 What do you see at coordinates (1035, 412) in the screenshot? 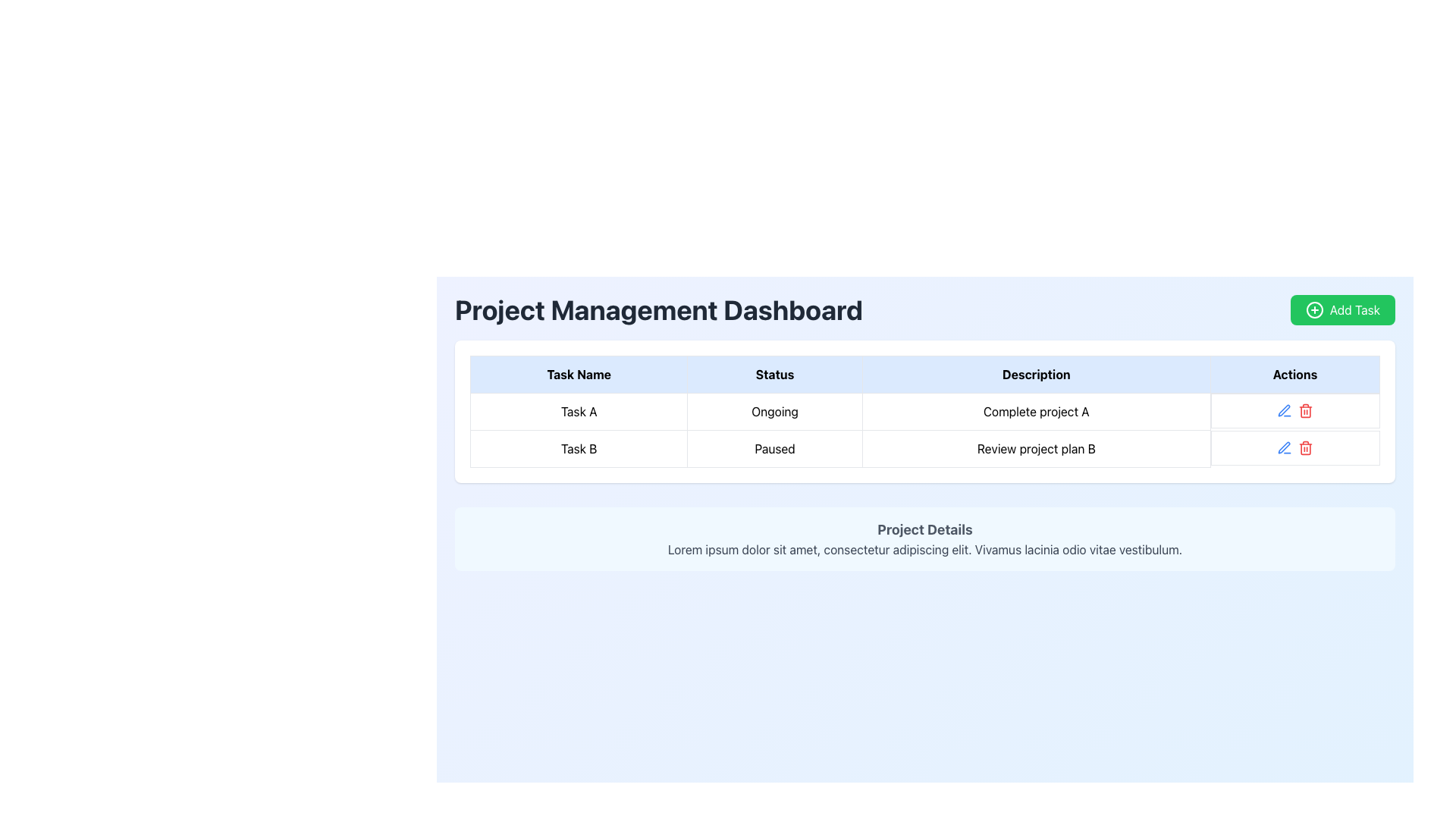
I see `text label that describes 'Task A' located in the Description column of the first row of the table, horizontally aligned with the 'Ongoing' cell in the Status column and the 'Task A' cell in the Task Name column` at bounding box center [1035, 412].